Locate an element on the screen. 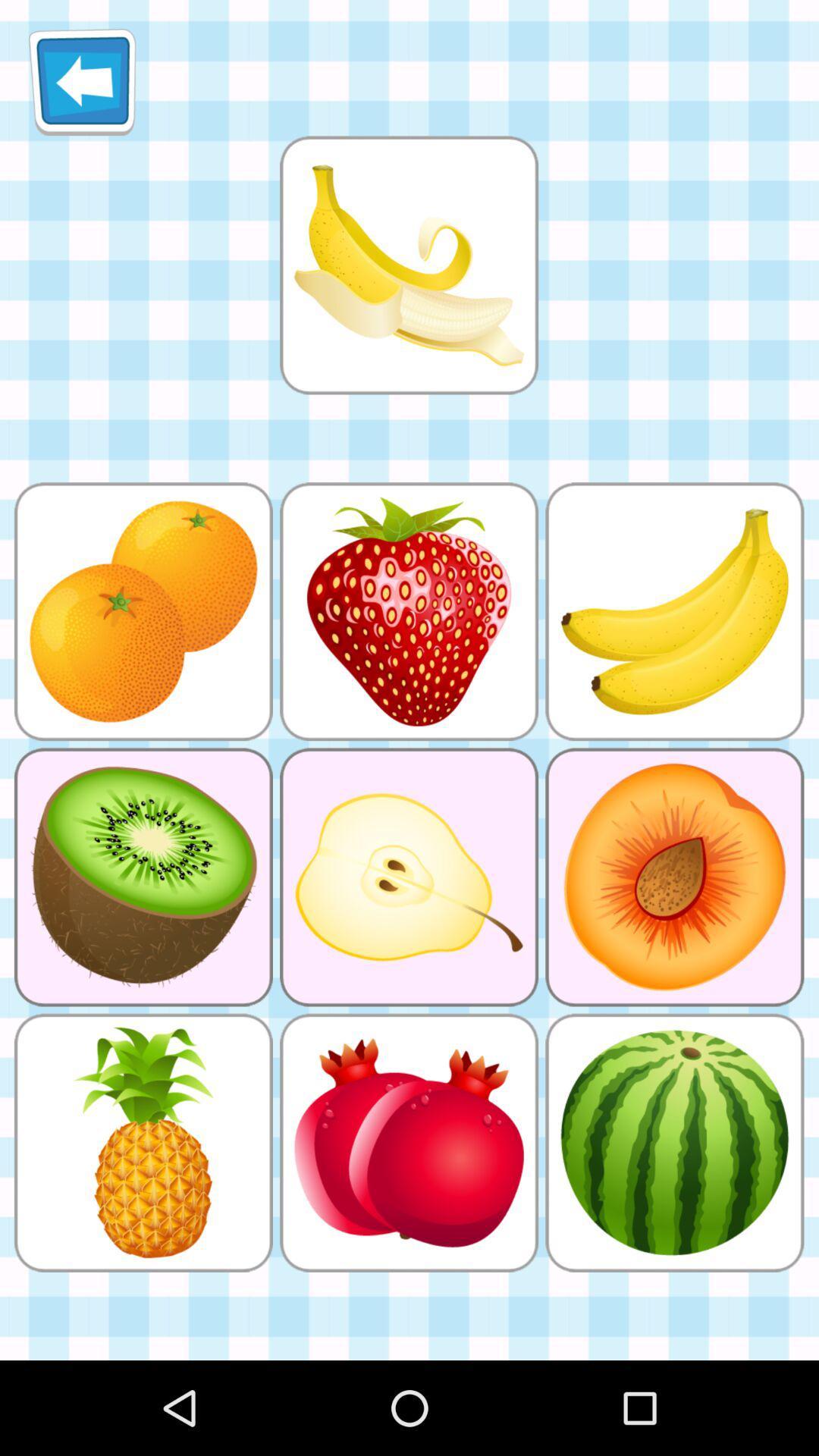 The width and height of the screenshot is (819, 1456). match with the picture below is located at coordinates (408, 265).